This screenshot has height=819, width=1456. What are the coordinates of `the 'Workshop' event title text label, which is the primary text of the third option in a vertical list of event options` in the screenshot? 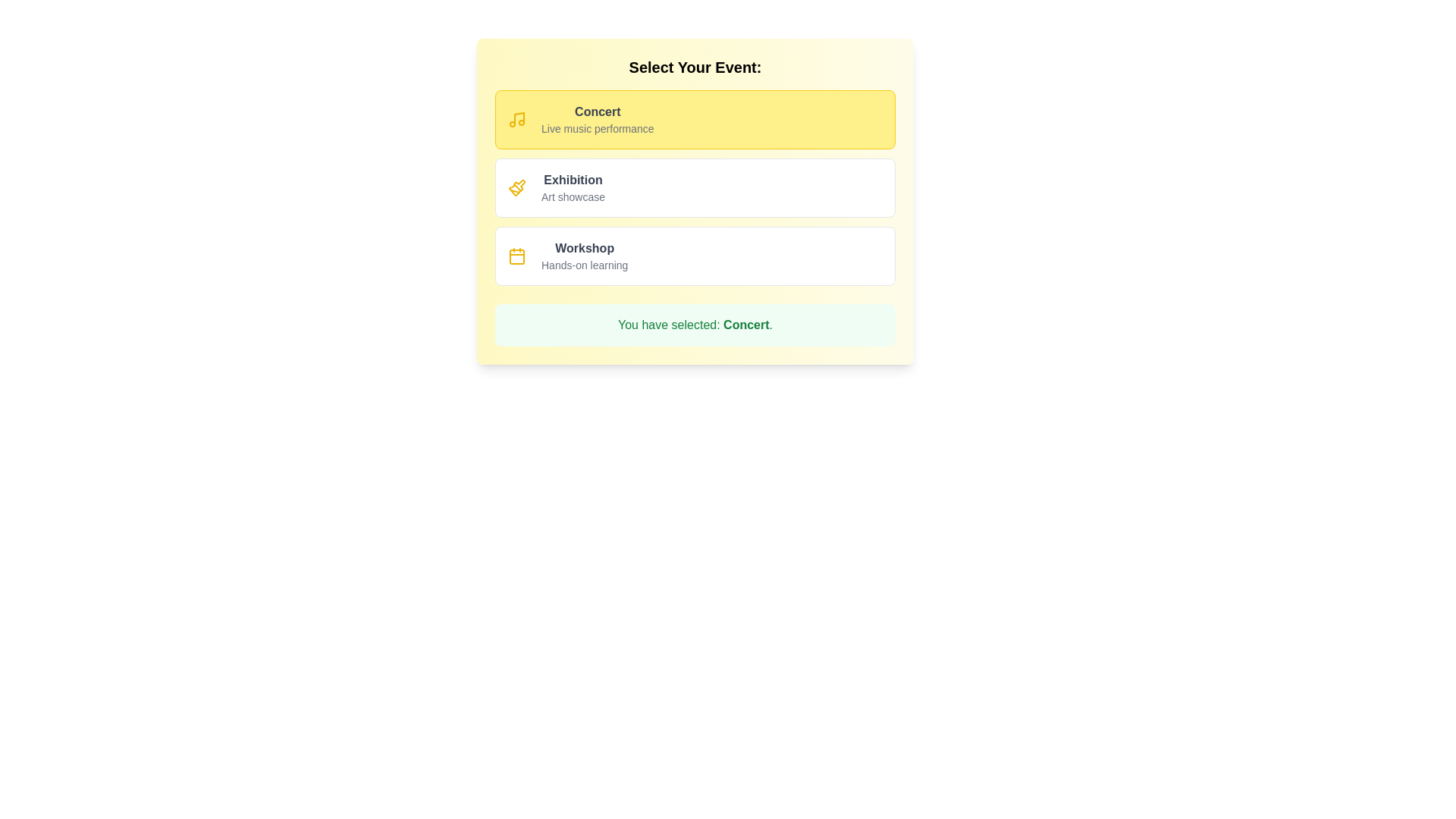 It's located at (584, 247).